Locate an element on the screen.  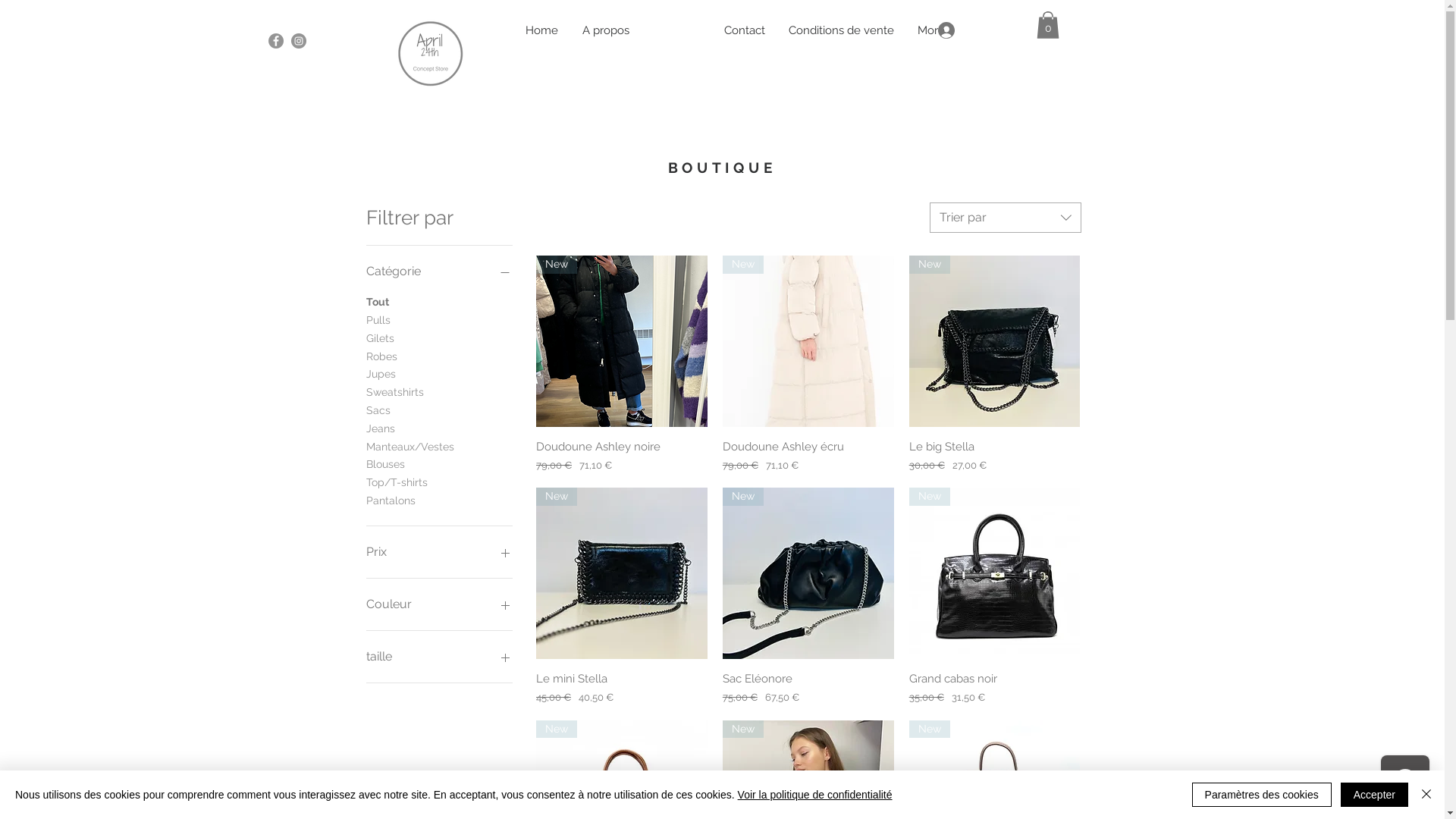
'Trier par' is located at coordinates (1005, 217).